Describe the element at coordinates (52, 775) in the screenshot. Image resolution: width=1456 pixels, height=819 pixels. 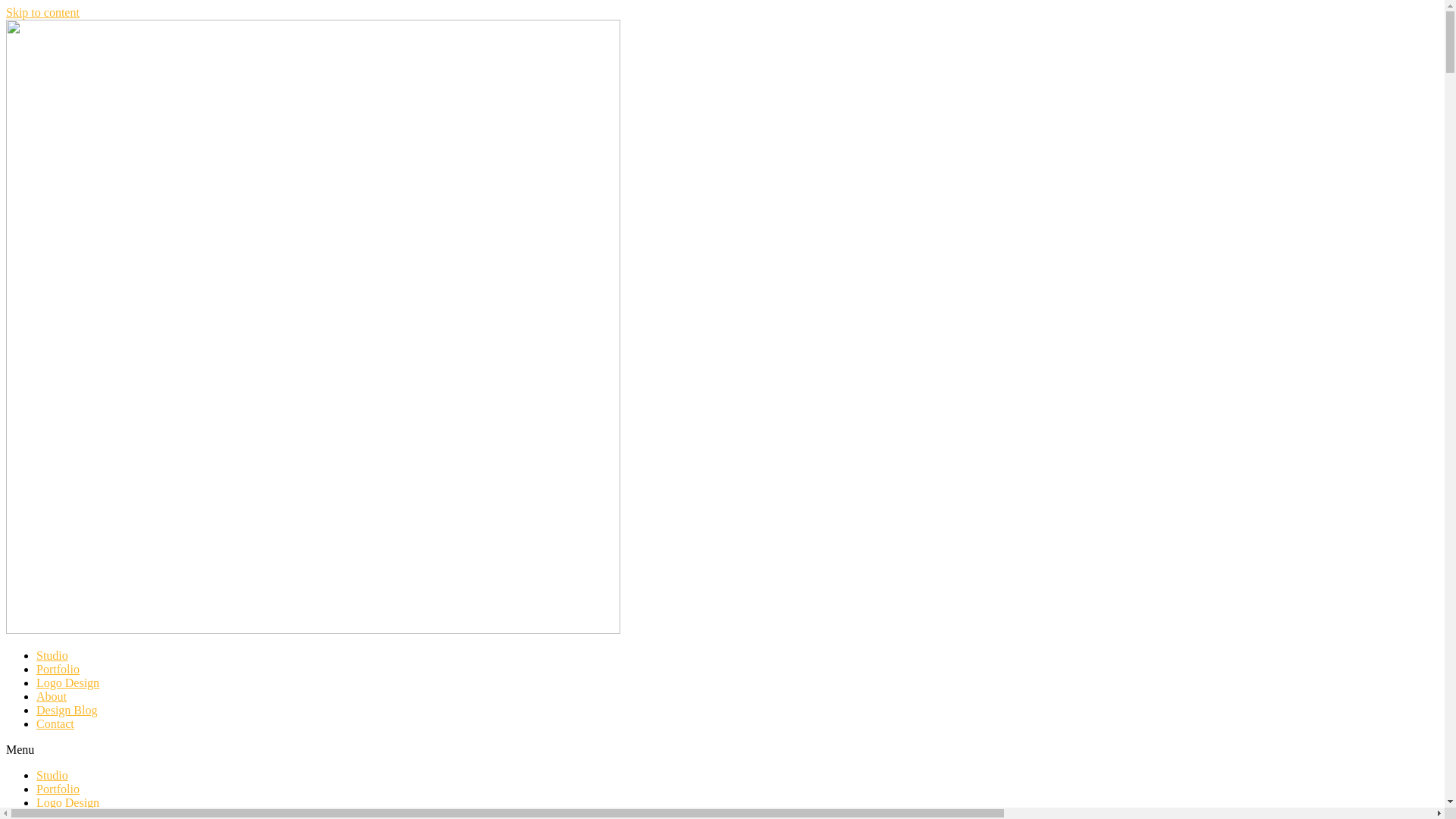
I see `'Studio'` at that location.